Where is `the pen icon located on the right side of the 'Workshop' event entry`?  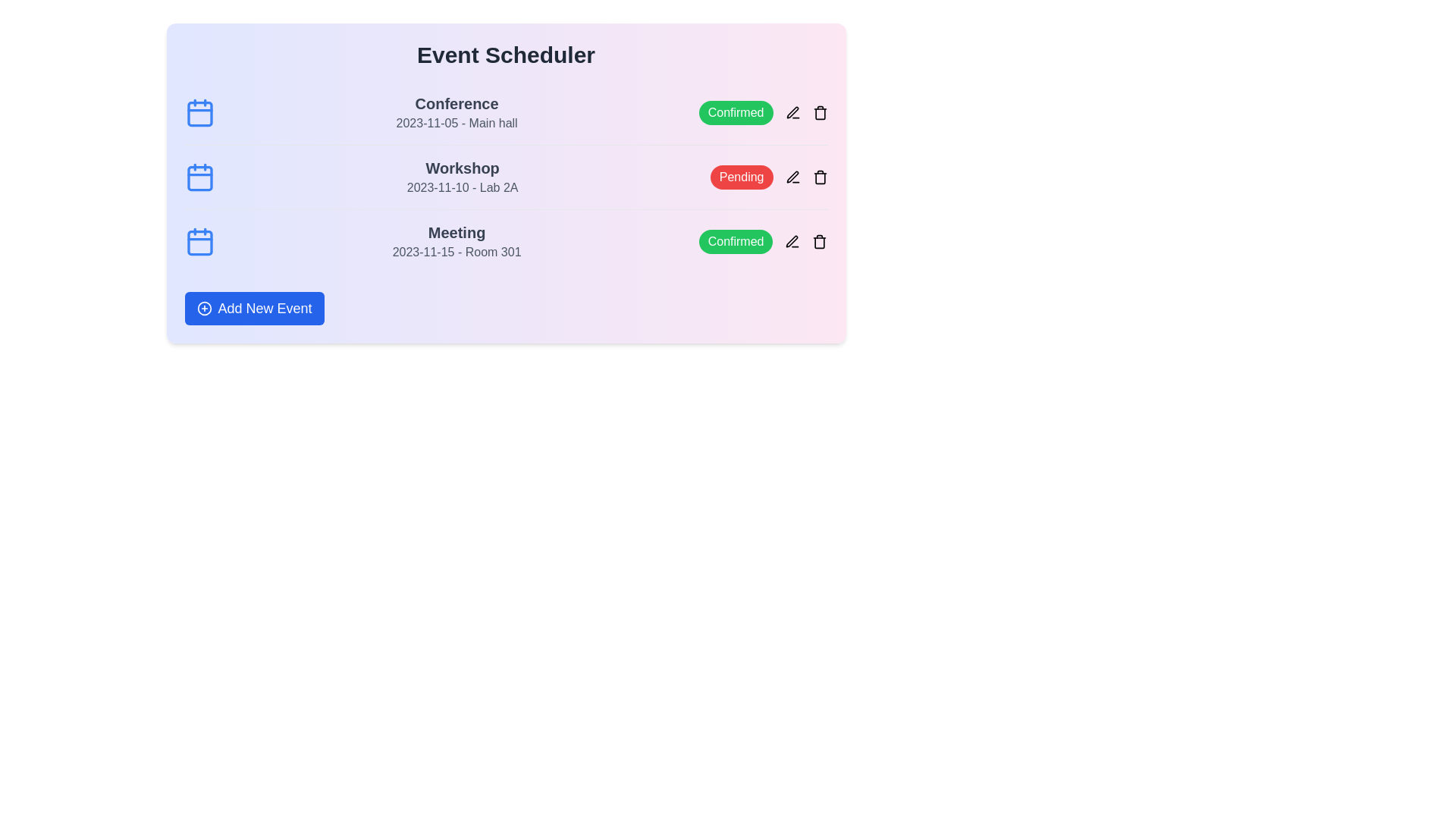
the pen icon located on the right side of the 'Workshop' event entry is located at coordinates (792, 177).